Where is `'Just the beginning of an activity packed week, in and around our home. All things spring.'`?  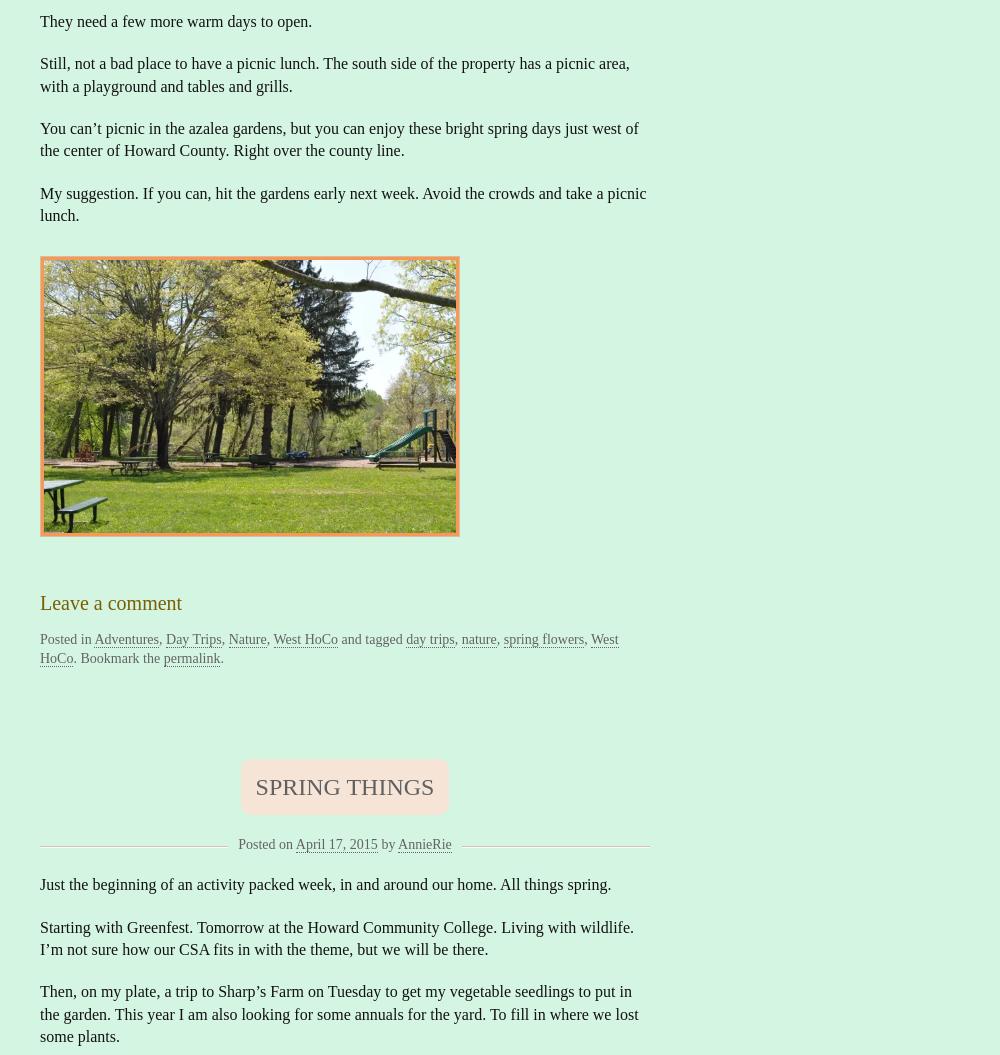
'Just the beginning of an activity packed week, in and around our home. All things spring.' is located at coordinates (324, 883).